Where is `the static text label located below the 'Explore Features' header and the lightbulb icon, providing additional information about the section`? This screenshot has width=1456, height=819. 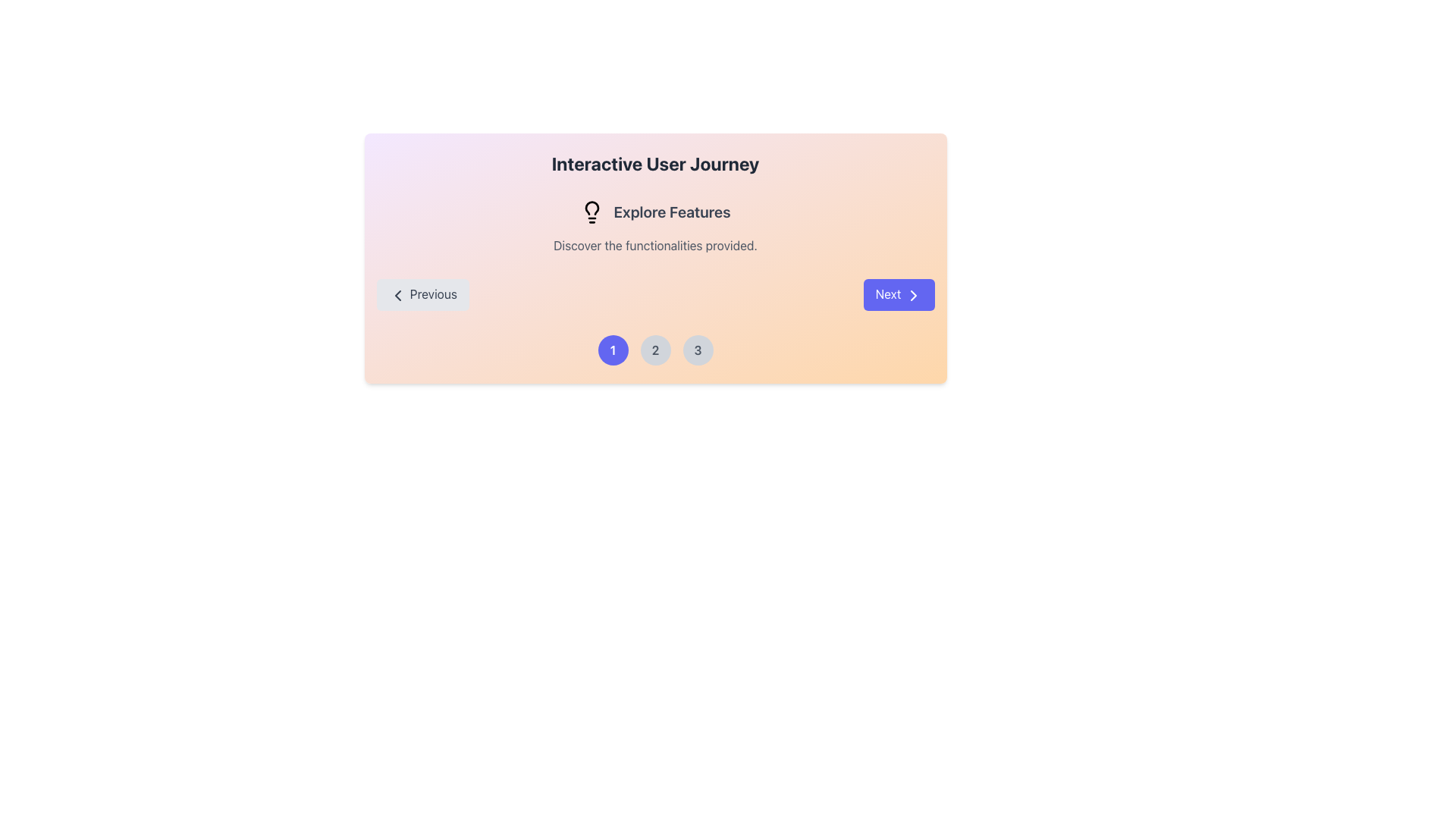 the static text label located below the 'Explore Features' header and the lightbulb icon, providing additional information about the section is located at coordinates (655, 245).